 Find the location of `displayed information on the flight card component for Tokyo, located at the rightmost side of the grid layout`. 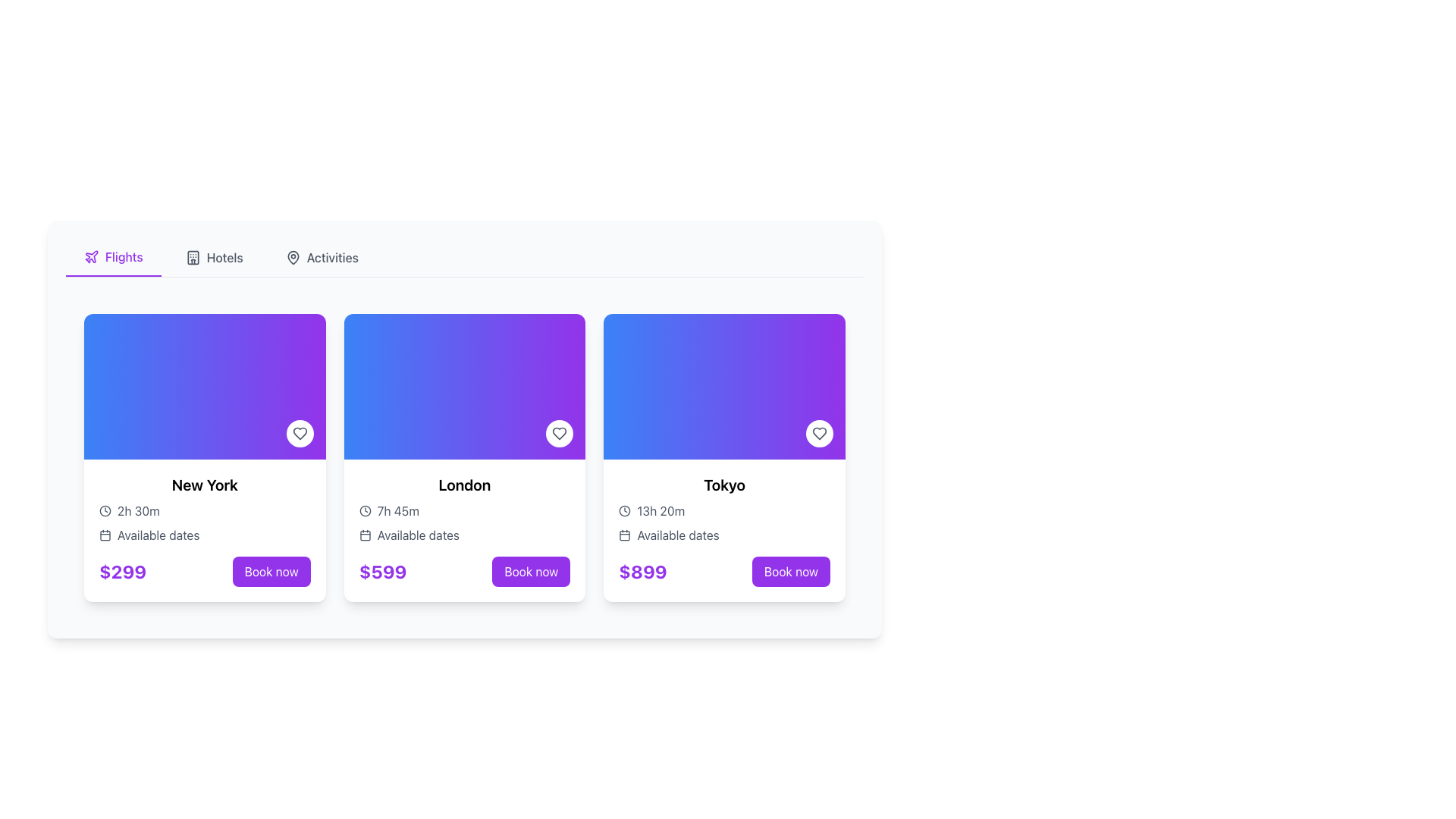

displayed information on the flight card component for Tokyo, located at the rightmost side of the grid layout is located at coordinates (723, 529).